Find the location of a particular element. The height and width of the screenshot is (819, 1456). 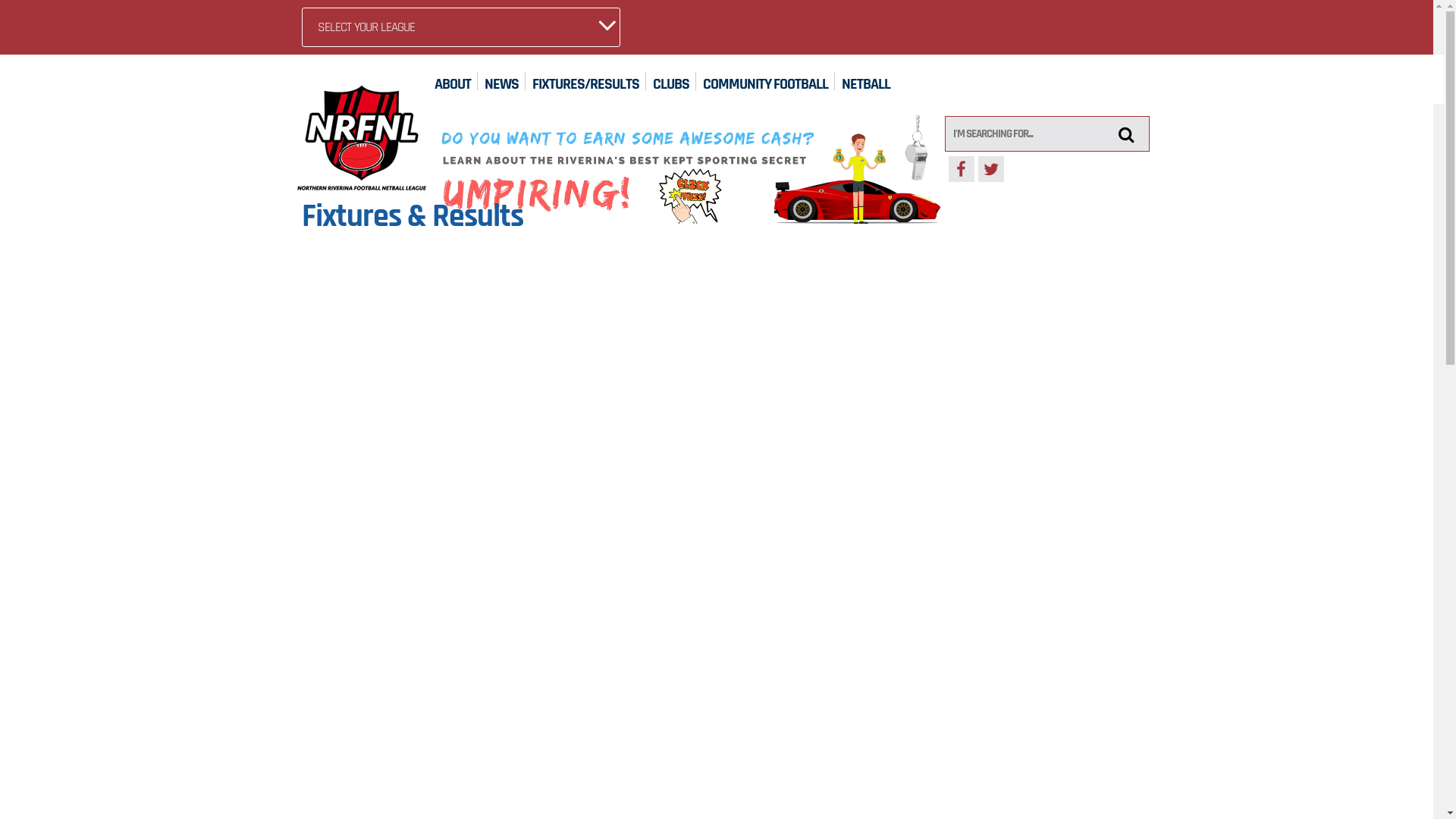

'NEWS' is located at coordinates (501, 80).